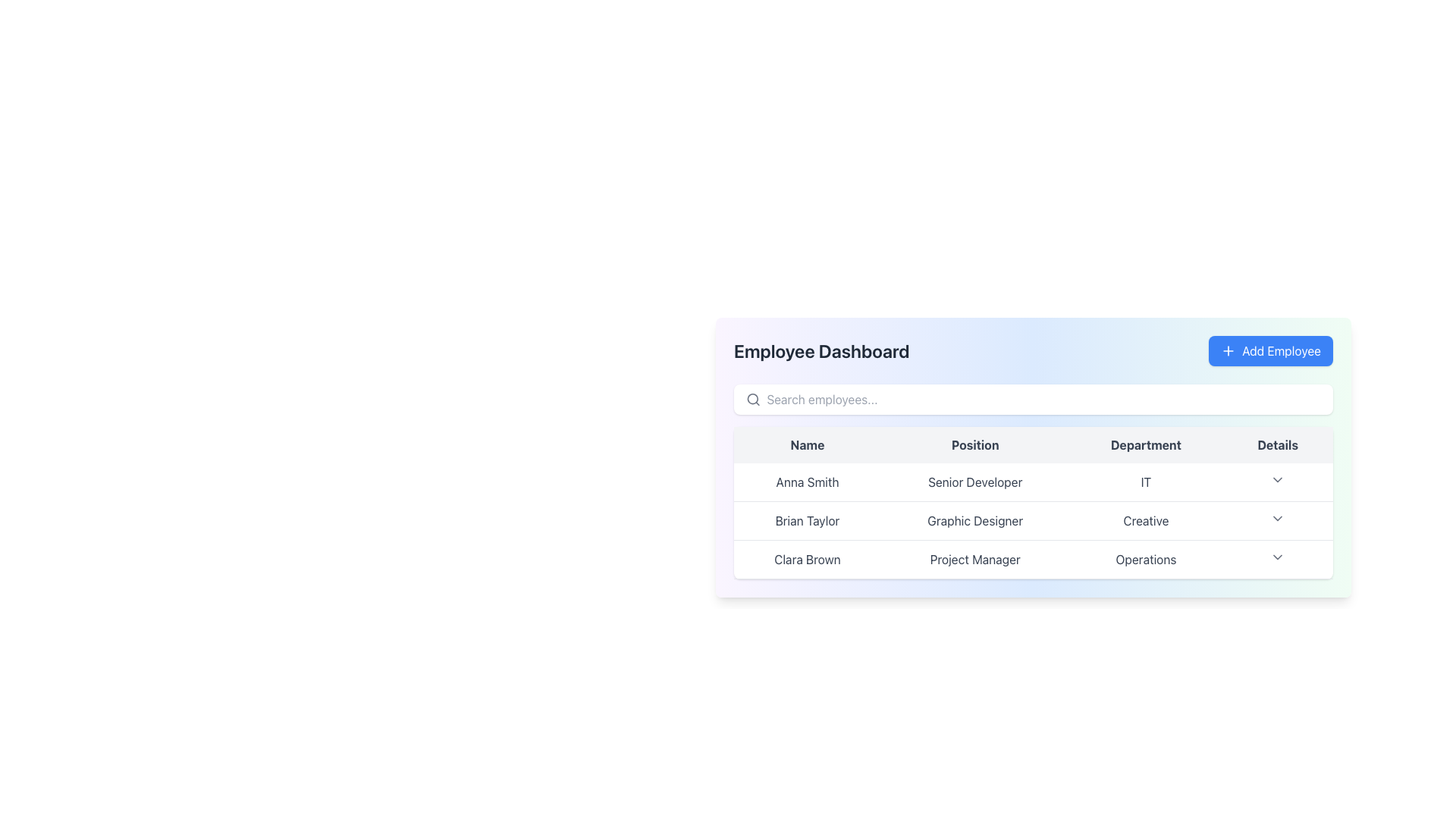 The width and height of the screenshot is (1456, 819). Describe the element at coordinates (1277, 444) in the screenshot. I see `the Text label that serves as the header for the last column in the table, indicating the content related to the rows` at that location.